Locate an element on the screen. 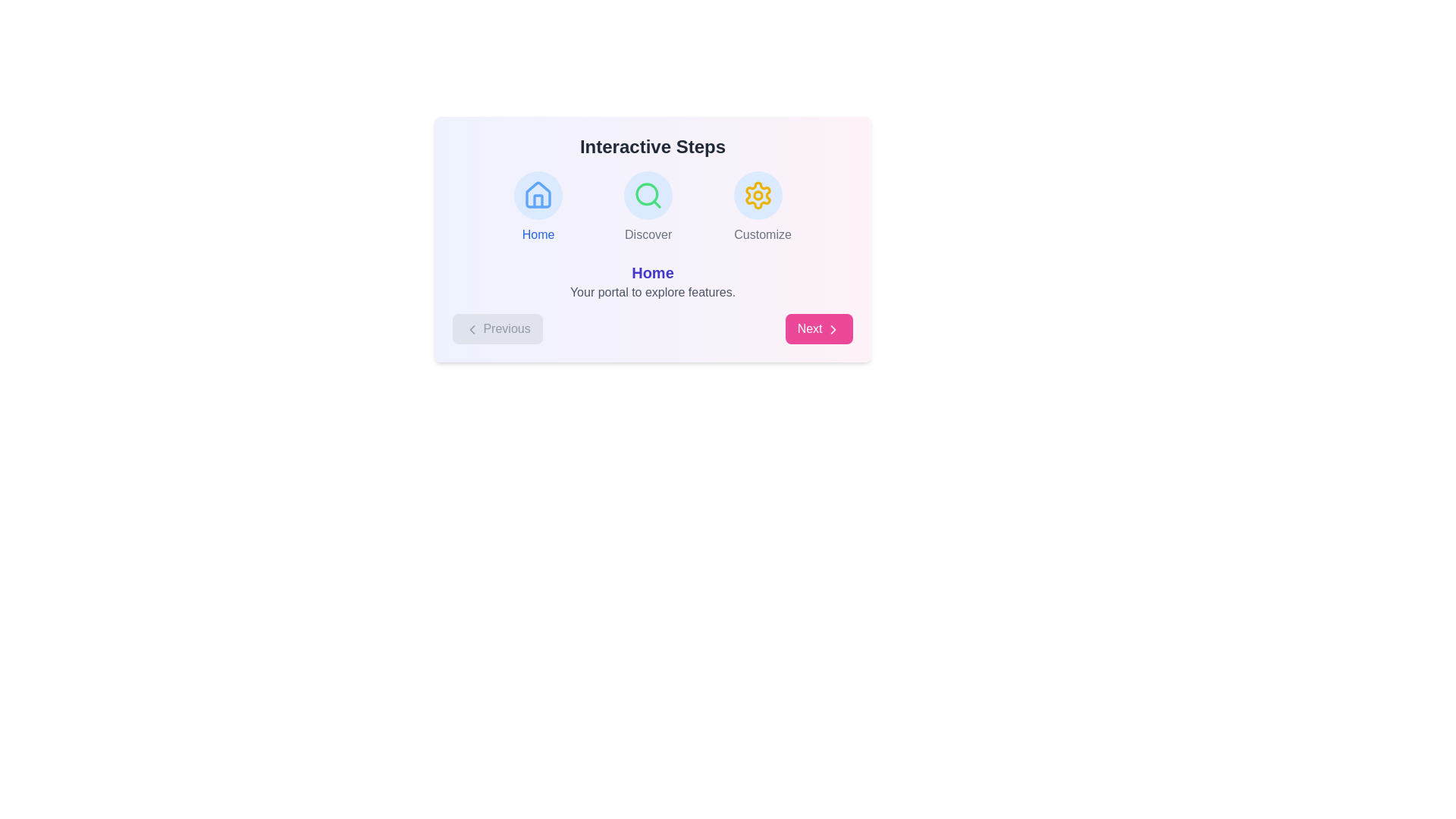  the pink 'Next' button with rounded corners containing white text and a right-pointing arrow icon to proceed to the next step is located at coordinates (818, 328).